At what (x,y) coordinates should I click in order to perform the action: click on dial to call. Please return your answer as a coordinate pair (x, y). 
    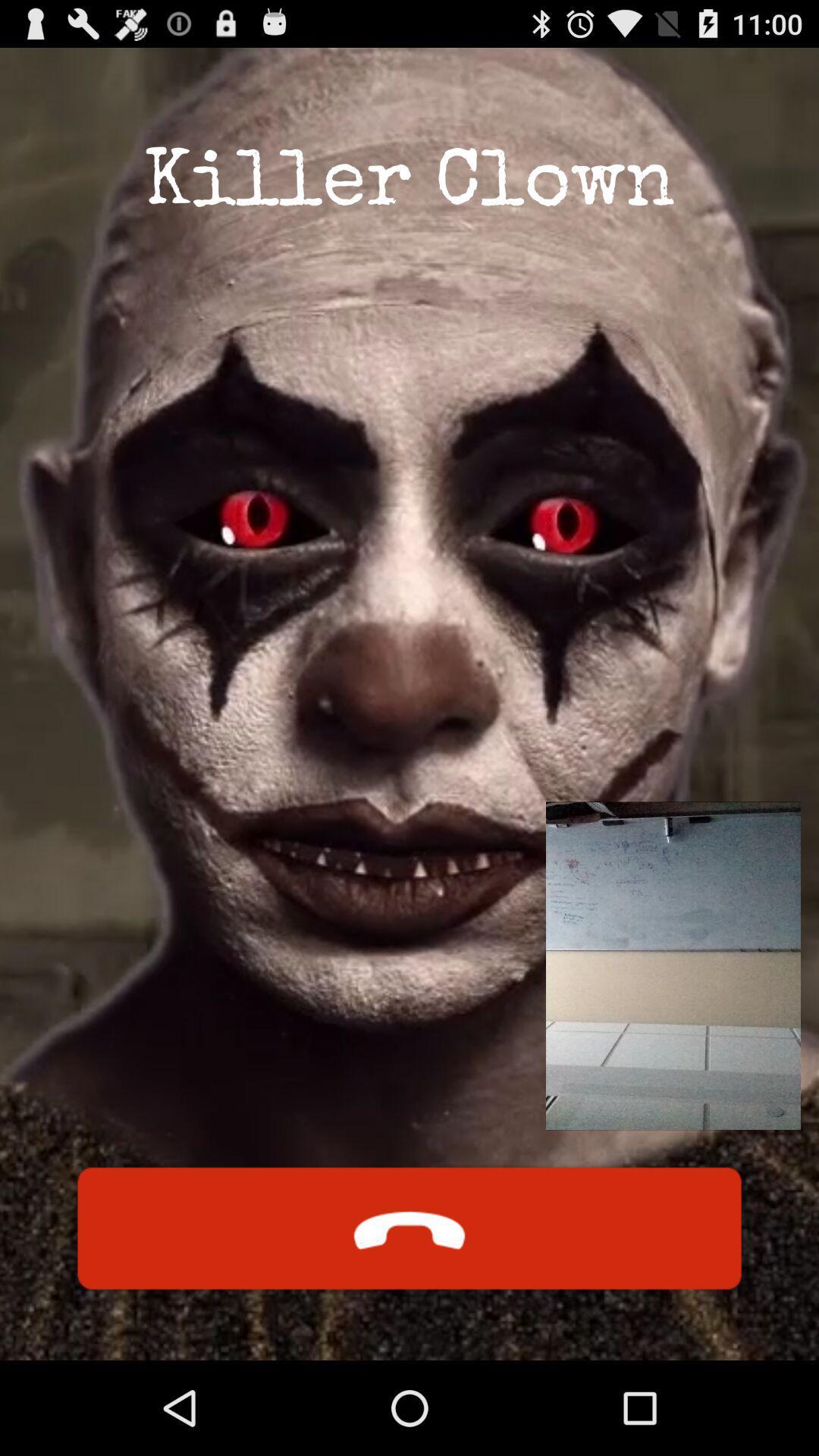
    Looking at the image, I should click on (409, 1228).